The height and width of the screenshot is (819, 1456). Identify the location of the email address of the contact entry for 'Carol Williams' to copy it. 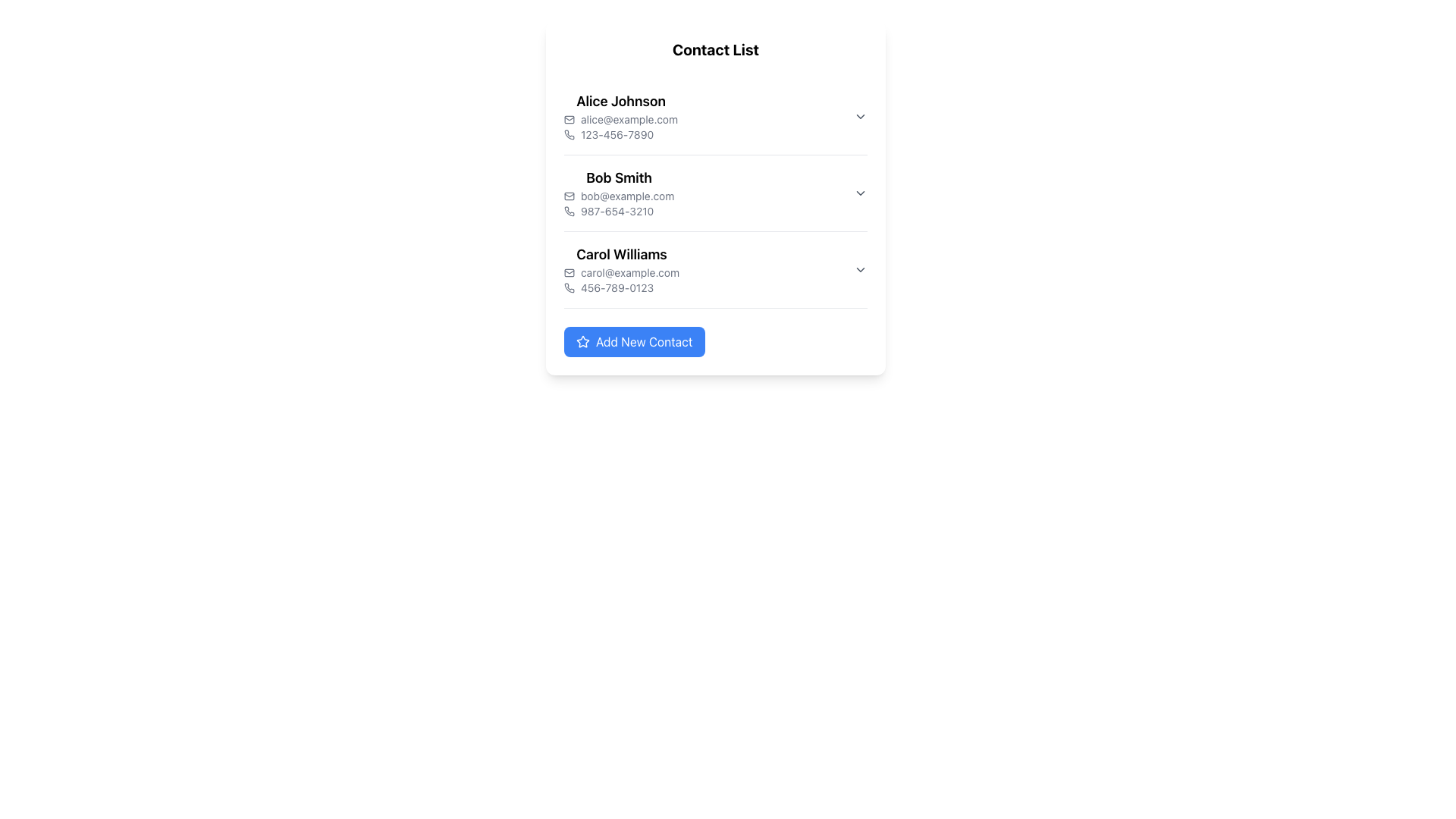
(622, 268).